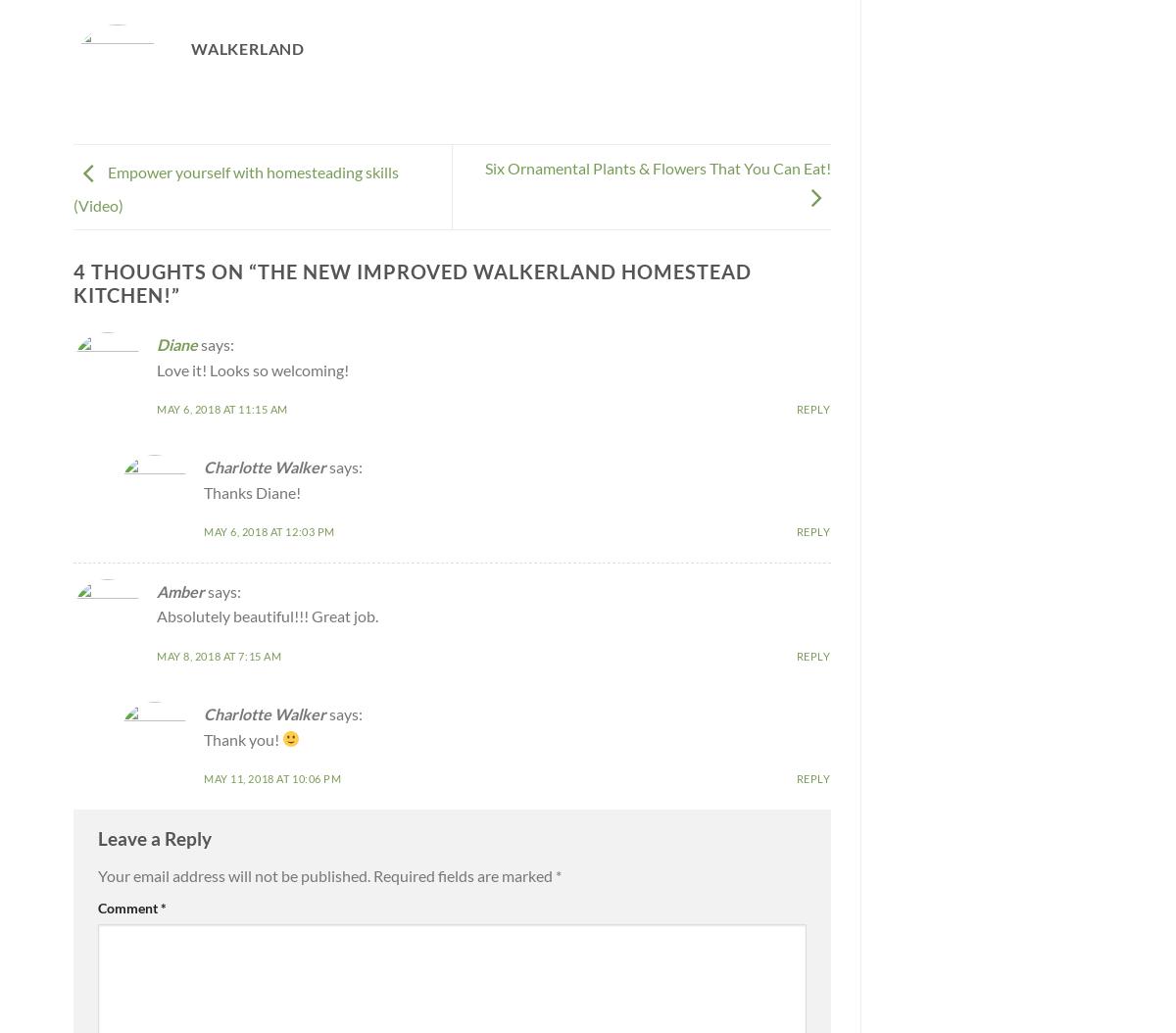  I want to click on 'Thank you!', so click(202, 738).